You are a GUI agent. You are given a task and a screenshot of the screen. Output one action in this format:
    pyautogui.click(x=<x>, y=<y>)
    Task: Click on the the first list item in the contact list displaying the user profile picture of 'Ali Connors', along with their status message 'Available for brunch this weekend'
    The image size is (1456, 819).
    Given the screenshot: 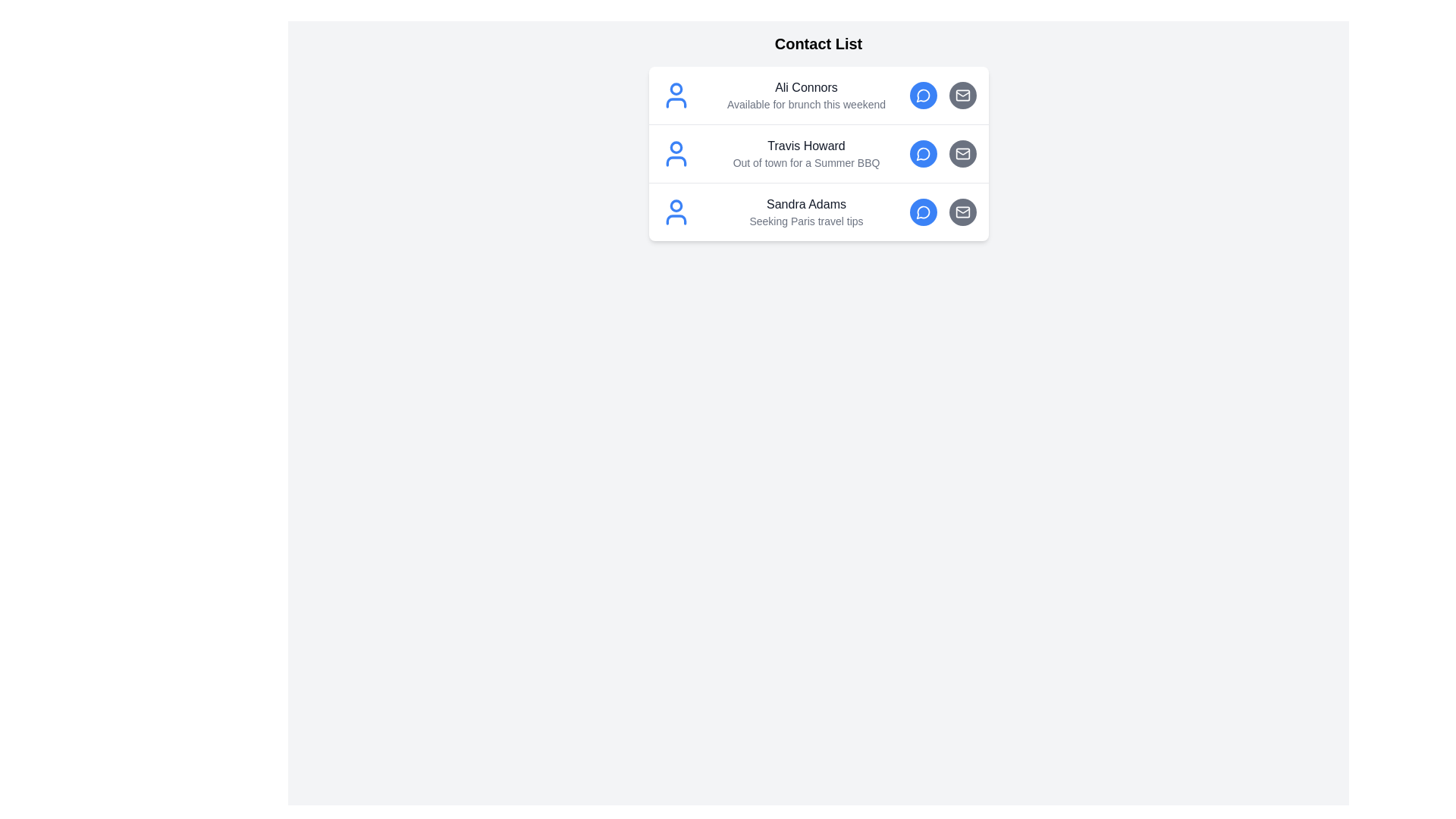 What is the action you would take?
    pyautogui.click(x=817, y=96)
    